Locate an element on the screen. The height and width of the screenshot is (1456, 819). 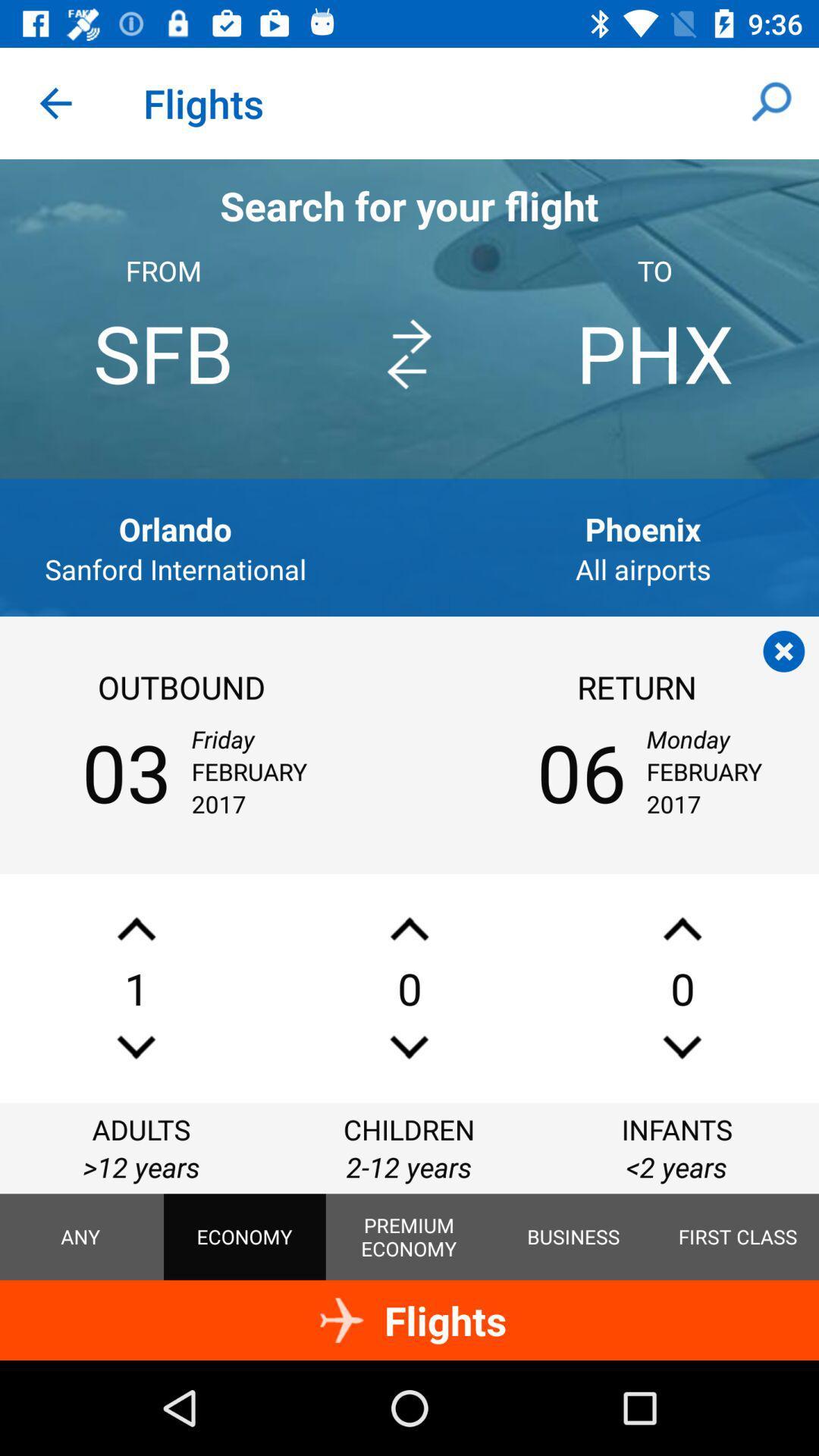
option button is located at coordinates (783, 651).